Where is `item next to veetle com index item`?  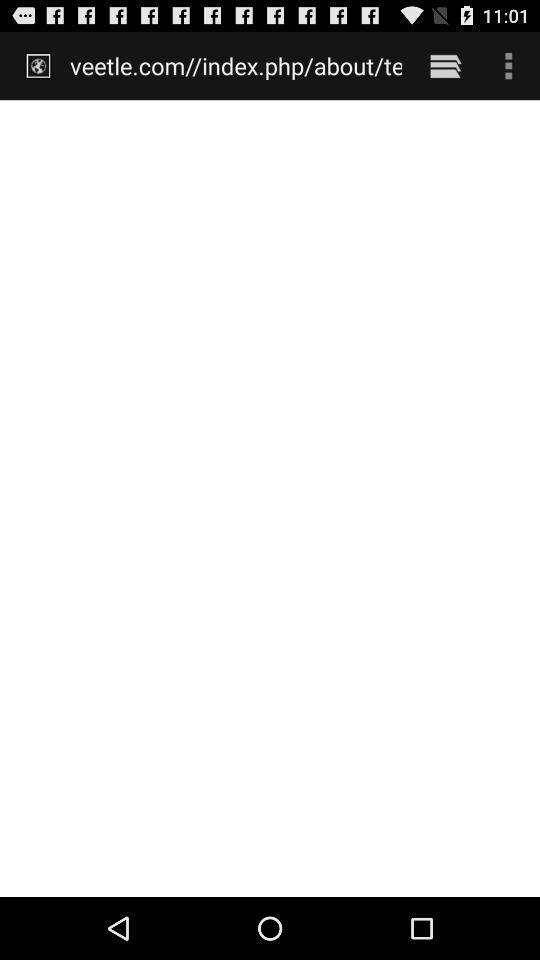
item next to veetle com index item is located at coordinates (445, 65).